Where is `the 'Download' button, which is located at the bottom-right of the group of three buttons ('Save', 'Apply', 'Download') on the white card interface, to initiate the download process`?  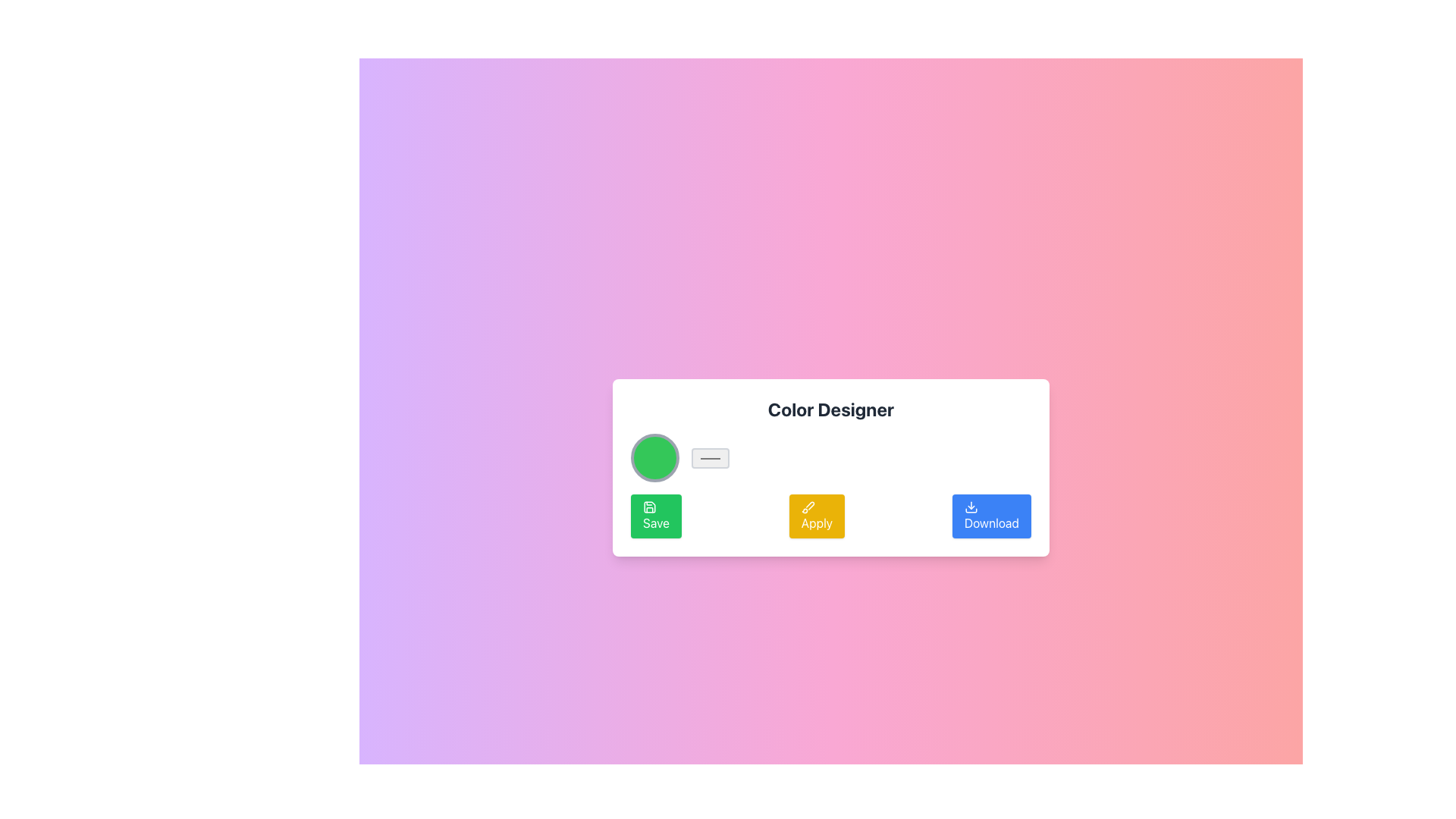
the 'Download' button, which is located at the bottom-right of the group of three buttons ('Save', 'Apply', 'Download') on the white card interface, to initiate the download process is located at coordinates (971, 507).